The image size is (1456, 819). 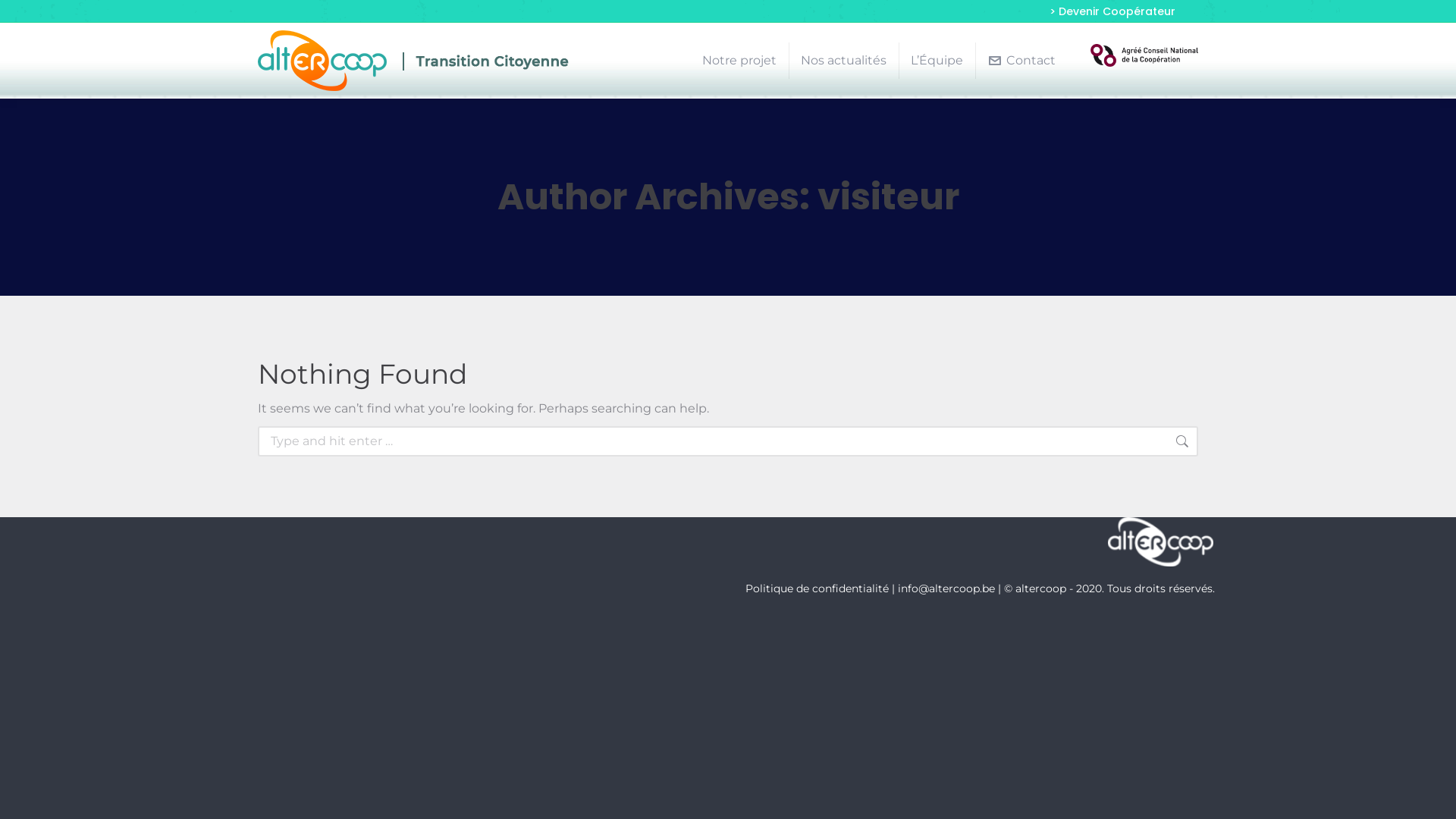 I want to click on 'Notre projet', so click(x=739, y=60).